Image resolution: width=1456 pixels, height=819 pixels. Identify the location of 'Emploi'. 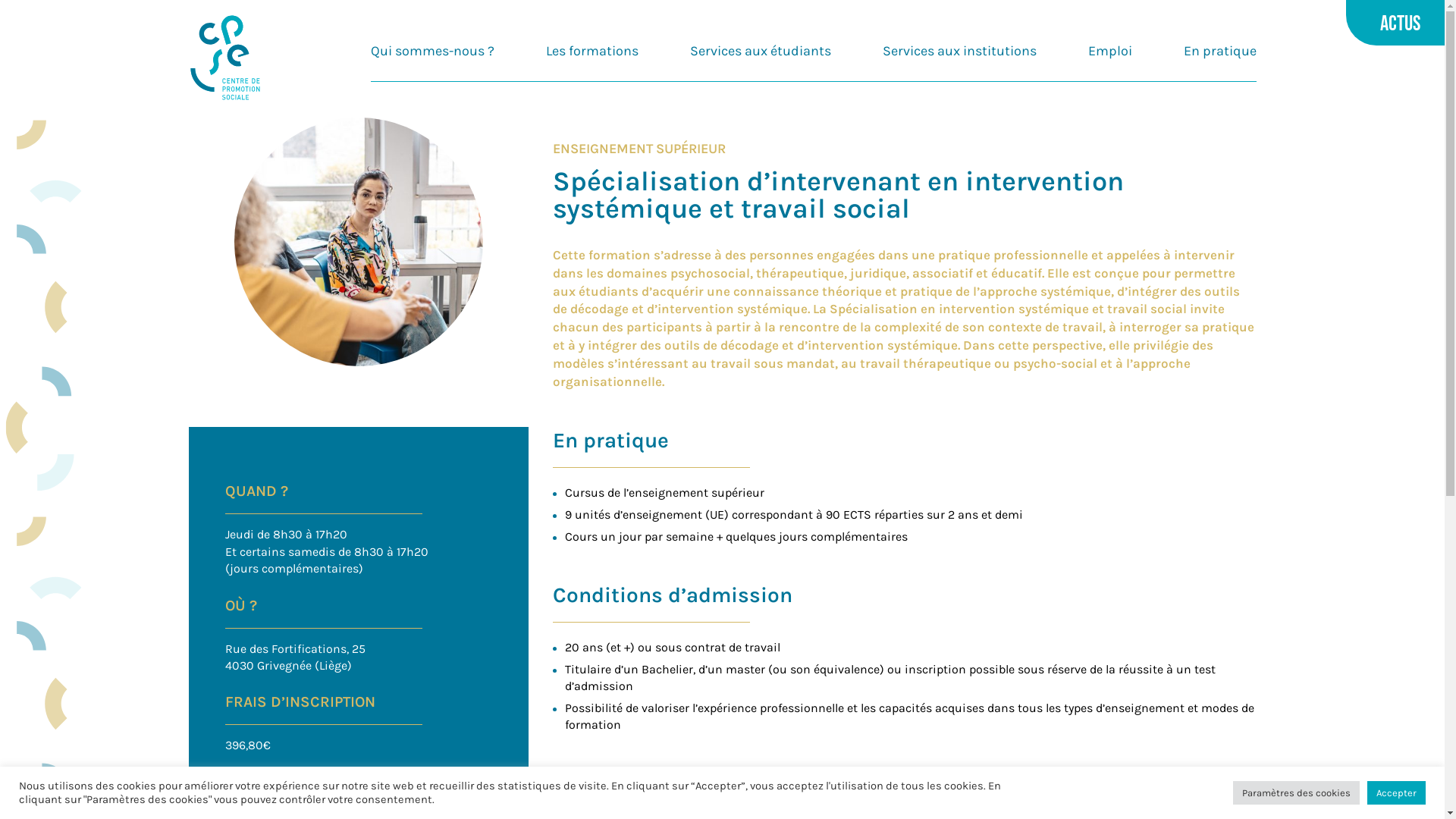
(1087, 45).